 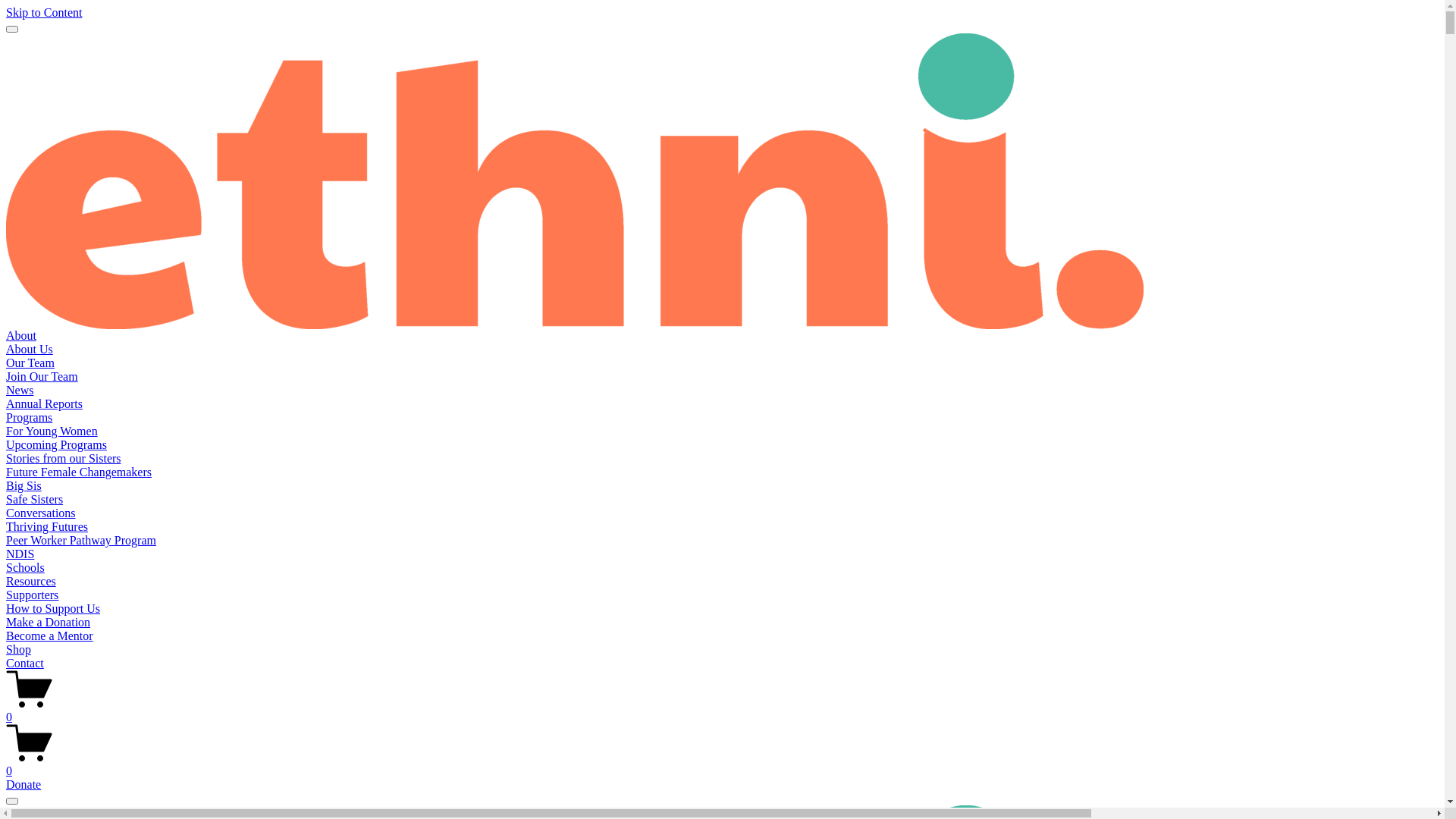 I want to click on 'Conversations', so click(x=40, y=512).